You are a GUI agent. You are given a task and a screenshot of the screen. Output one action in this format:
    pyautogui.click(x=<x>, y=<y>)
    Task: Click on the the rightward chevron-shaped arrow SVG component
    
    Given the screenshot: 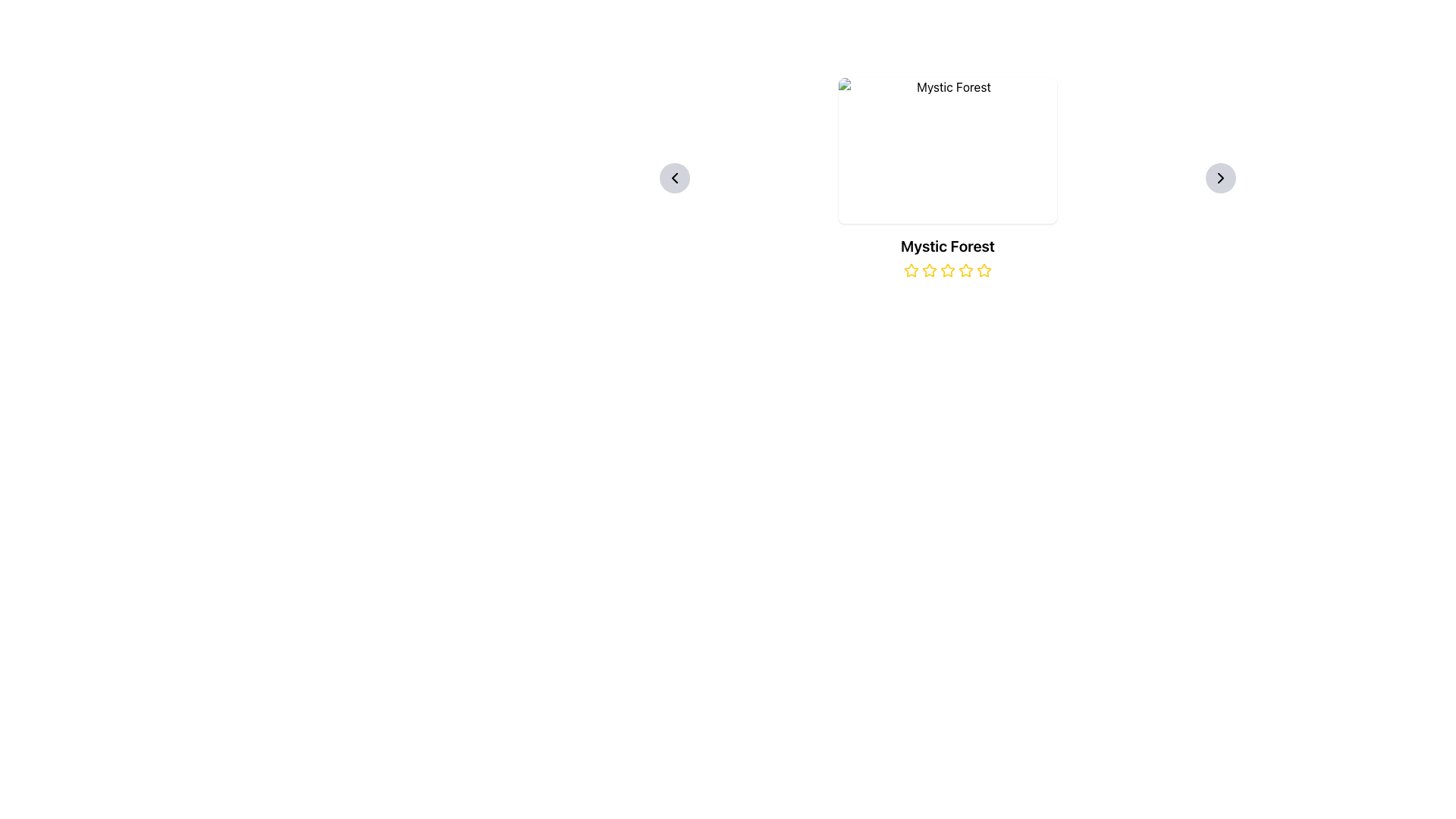 What is the action you would take?
    pyautogui.click(x=1220, y=177)
    